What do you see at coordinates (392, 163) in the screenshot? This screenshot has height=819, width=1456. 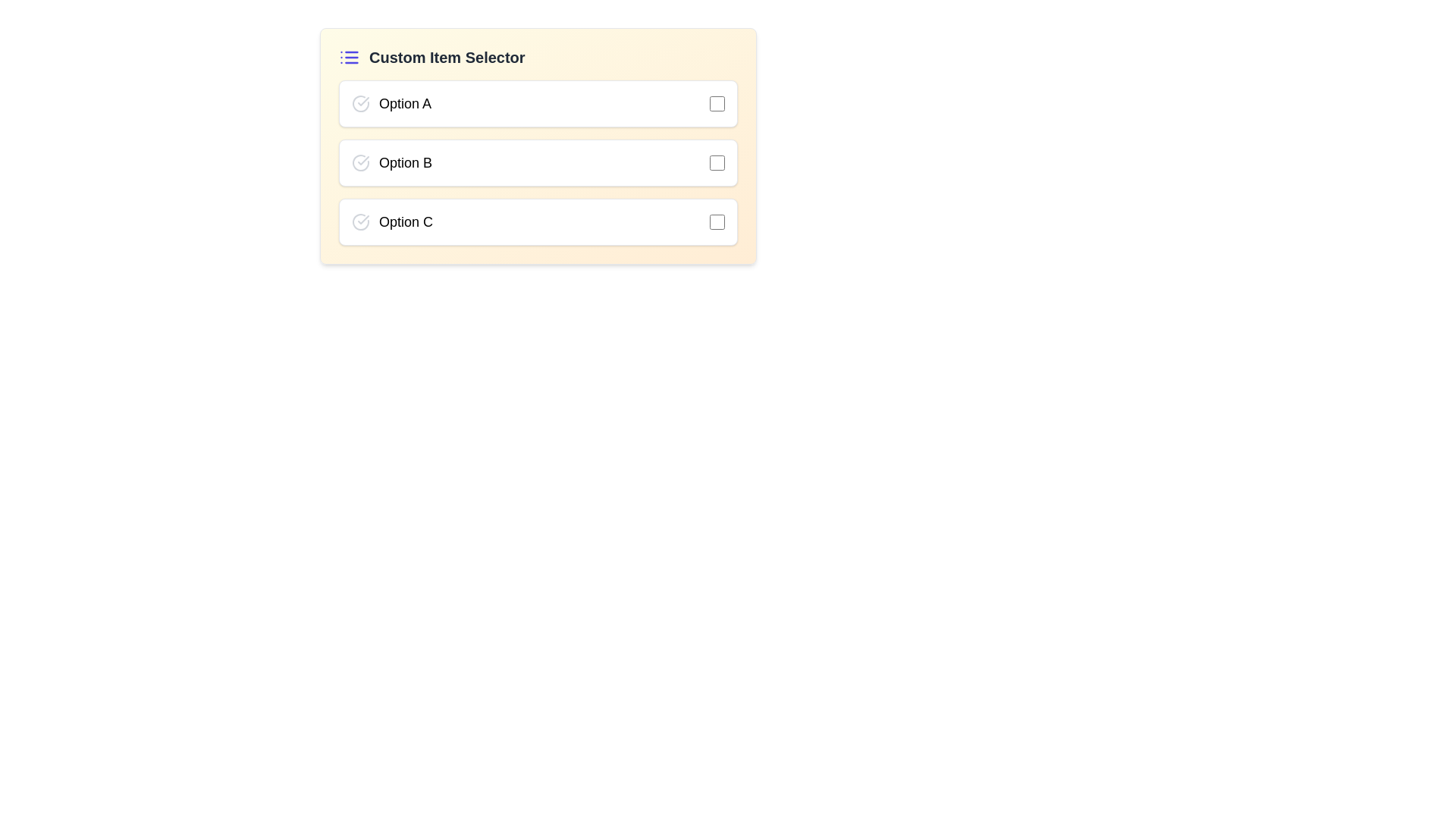 I see `the text label reading 'Option B', which is the second item in a vertical list of options under 'Custom Item Selector'` at bounding box center [392, 163].